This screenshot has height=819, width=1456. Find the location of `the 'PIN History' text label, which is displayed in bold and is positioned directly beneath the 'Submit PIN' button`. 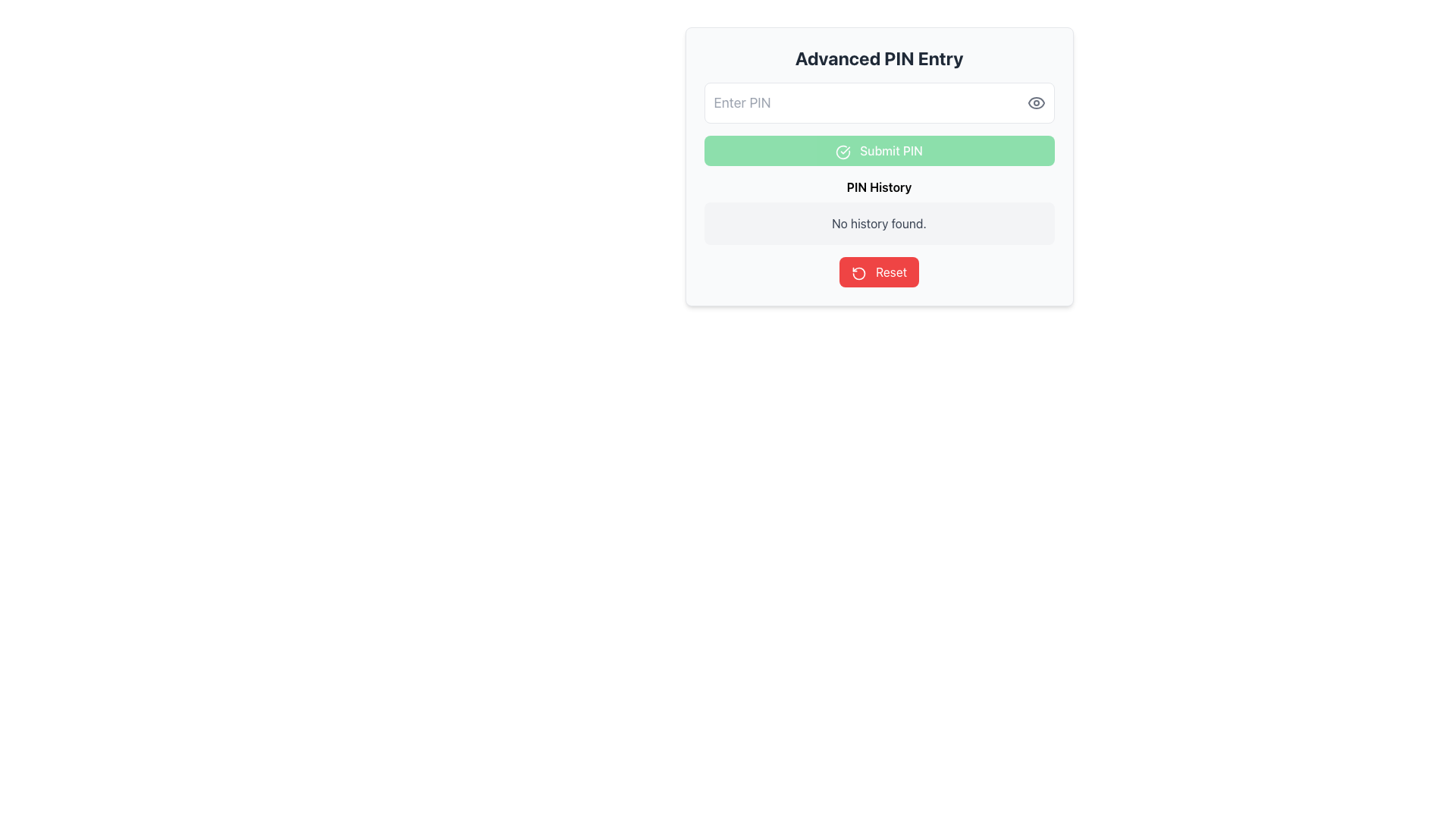

the 'PIN History' text label, which is displayed in bold and is positioned directly beneath the 'Submit PIN' button is located at coordinates (879, 186).